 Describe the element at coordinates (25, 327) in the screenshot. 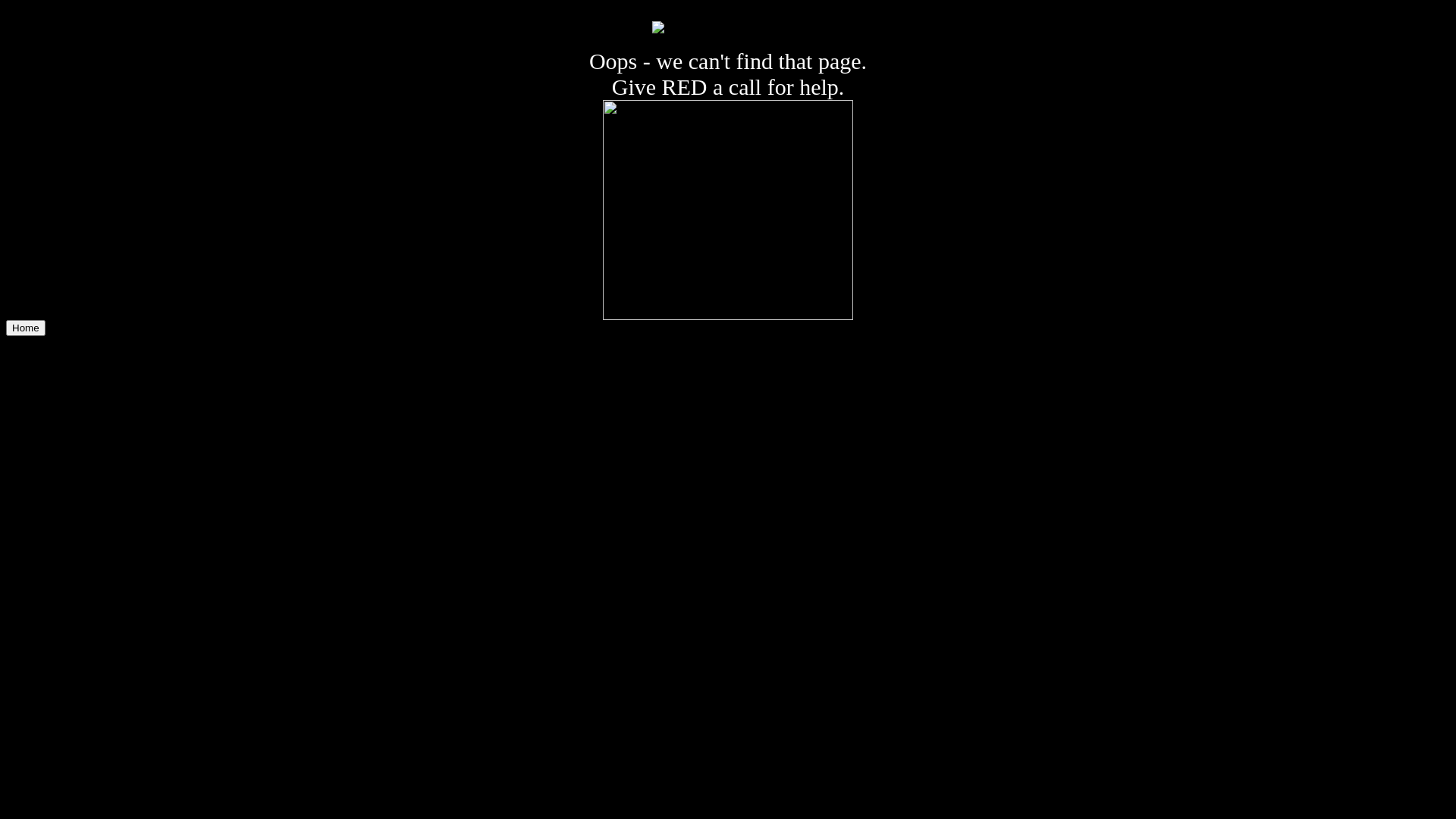

I see `'Home'` at that location.